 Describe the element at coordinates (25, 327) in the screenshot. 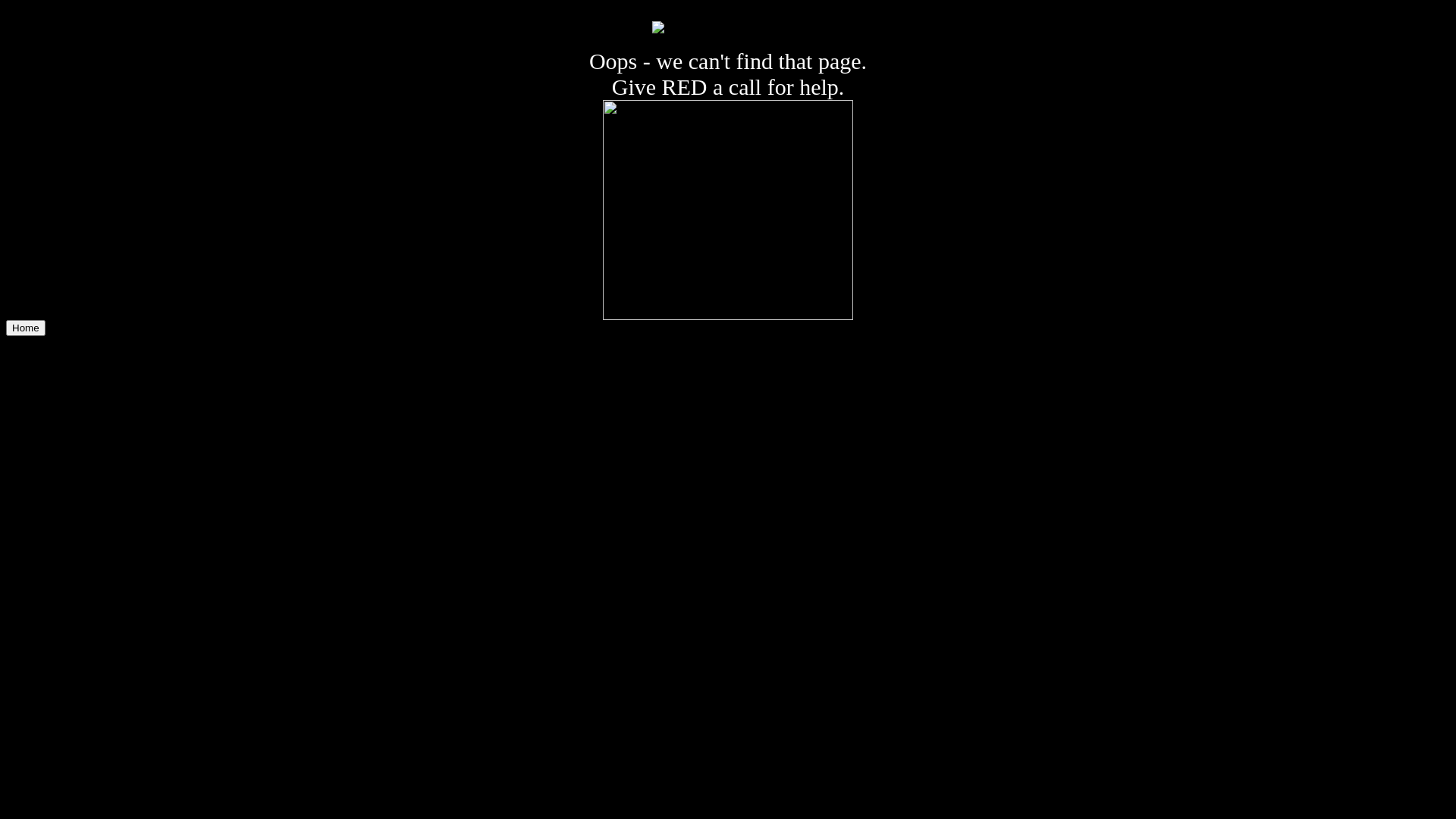

I see `'Home'` at that location.